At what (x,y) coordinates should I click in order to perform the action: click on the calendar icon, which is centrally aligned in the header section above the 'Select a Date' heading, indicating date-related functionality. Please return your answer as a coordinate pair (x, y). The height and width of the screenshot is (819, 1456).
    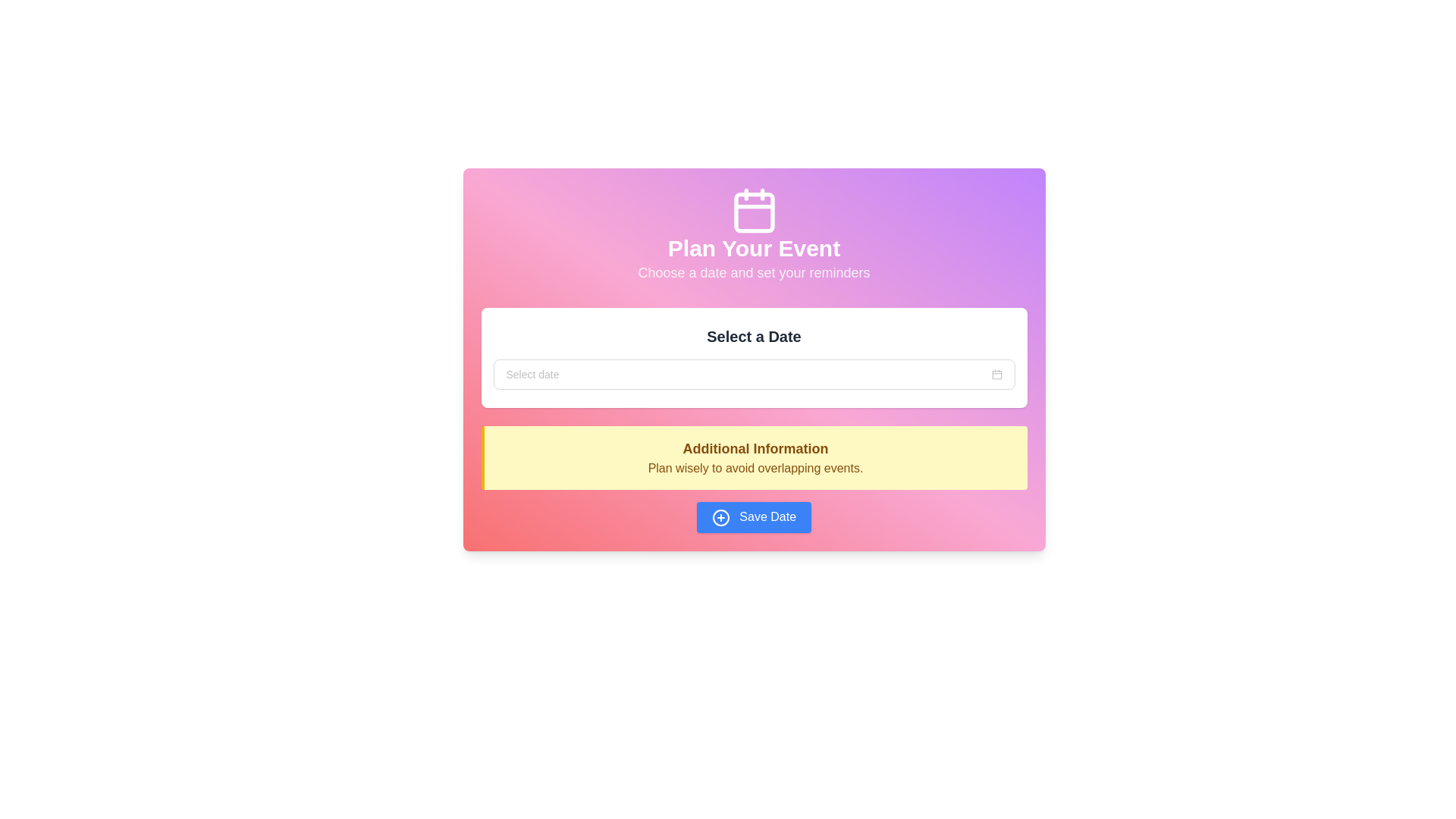
    Looking at the image, I should click on (996, 374).